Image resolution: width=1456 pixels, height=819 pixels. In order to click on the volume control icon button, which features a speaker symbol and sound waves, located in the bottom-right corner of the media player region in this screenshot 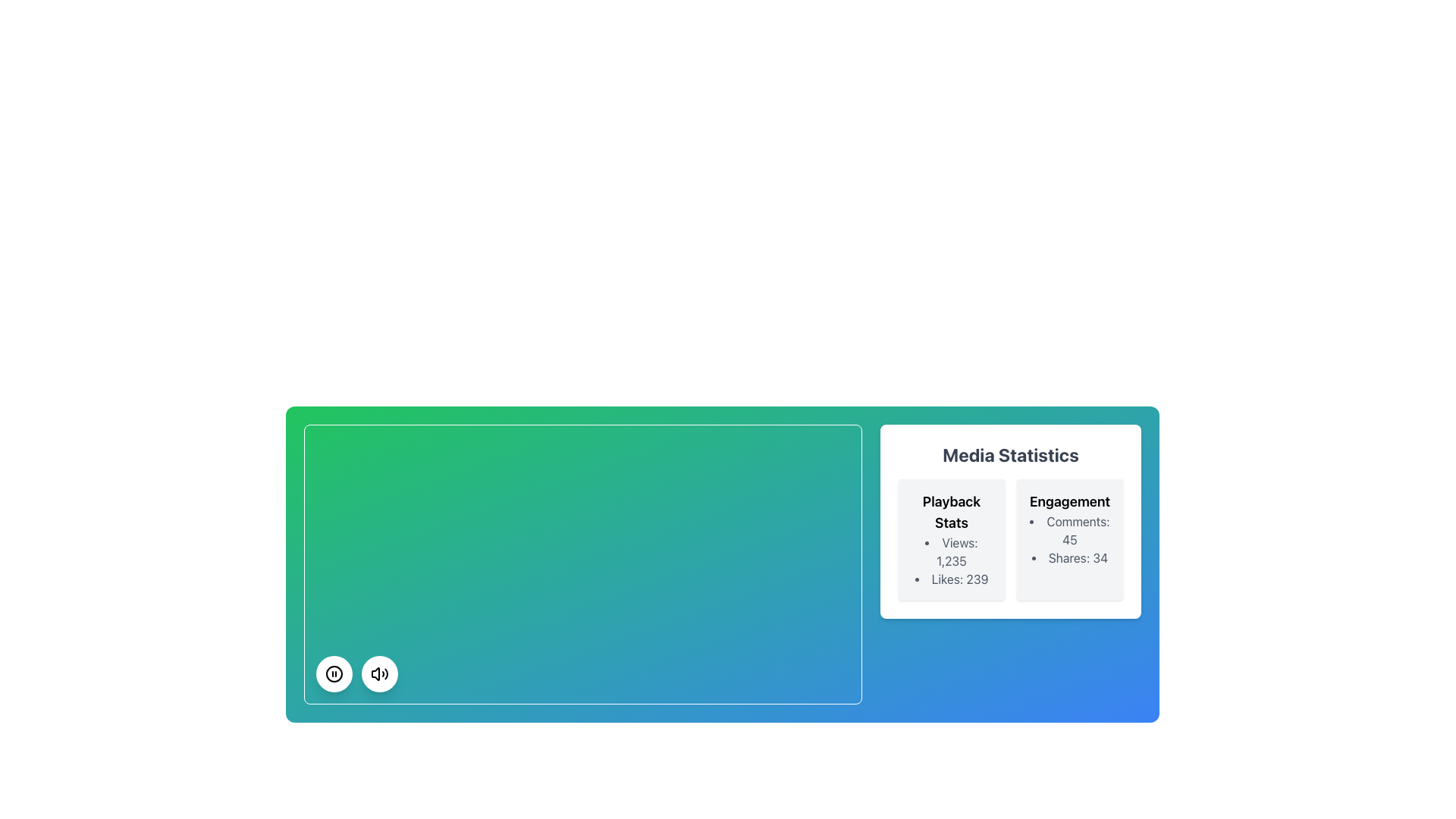, I will do `click(379, 673)`.